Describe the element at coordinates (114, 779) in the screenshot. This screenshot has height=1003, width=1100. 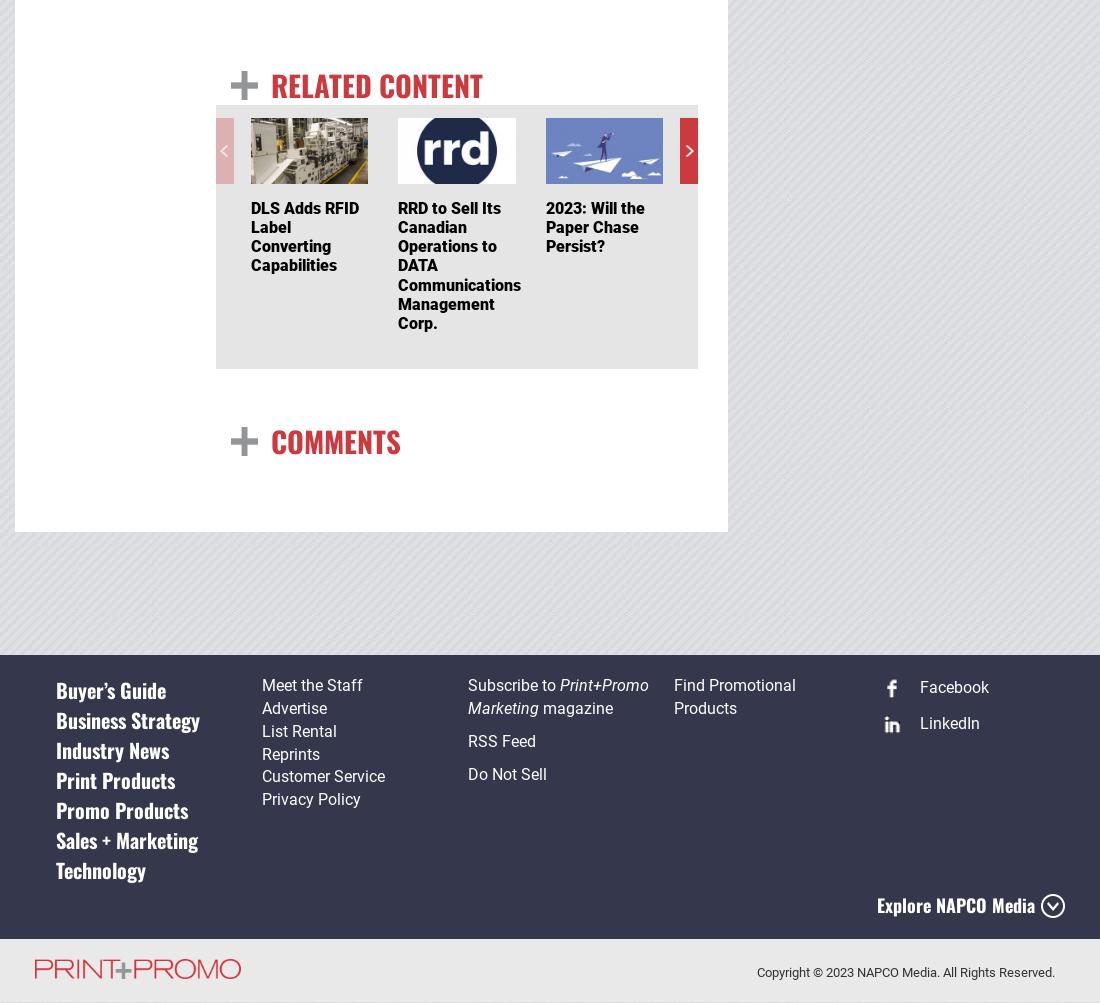
I see `'Print Products'` at that location.